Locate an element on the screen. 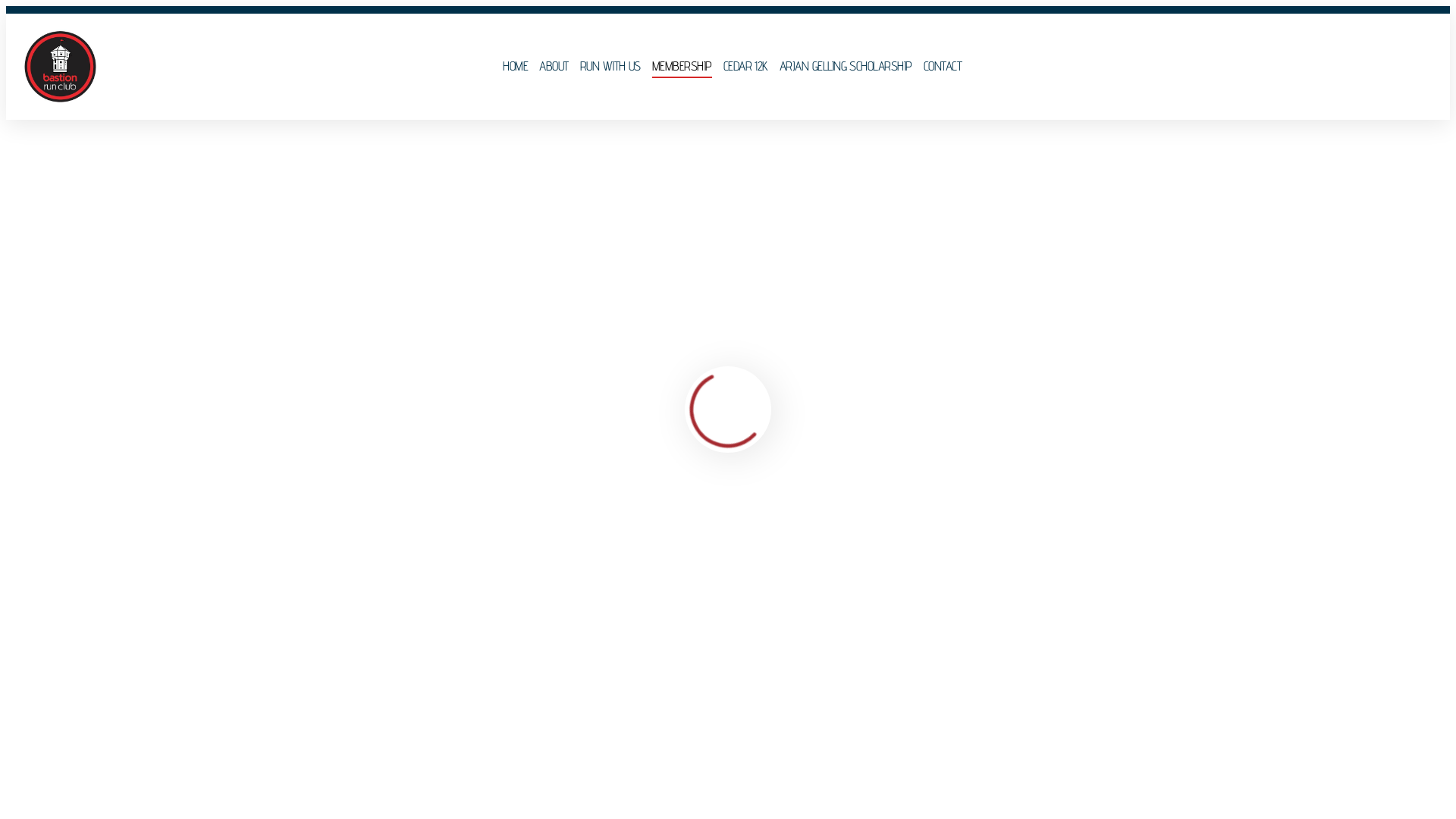 Image resolution: width=1456 pixels, height=819 pixels. 'CONTACT' is located at coordinates (942, 66).